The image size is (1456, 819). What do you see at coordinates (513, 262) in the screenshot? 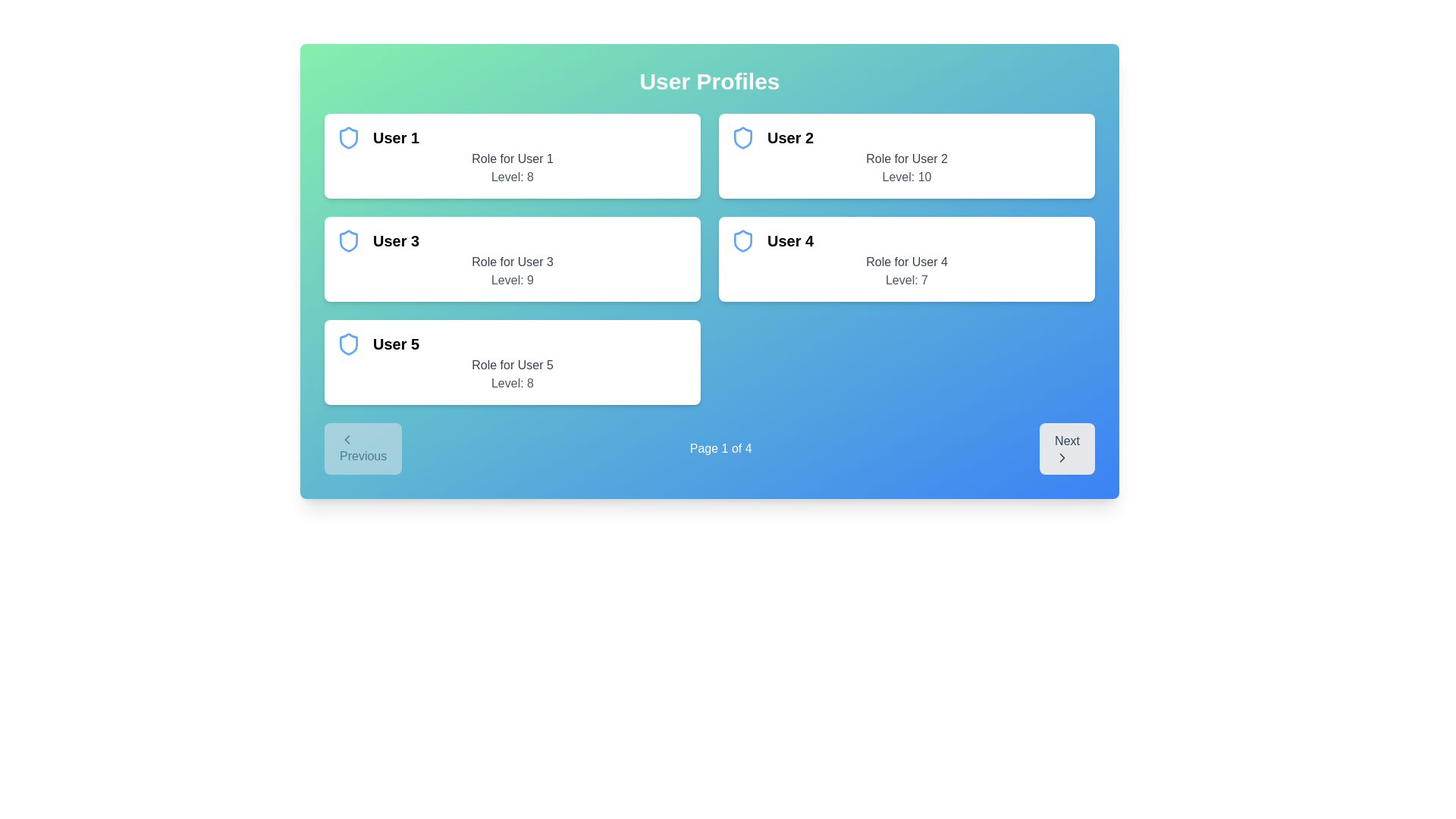
I see `the text label that reads 'Role for User 3', which is styled with a gray font color and located within the 'User 3' card, positioned below the bold 'User 3' text and above 'Level: 9'` at bounding box center [513, 262].